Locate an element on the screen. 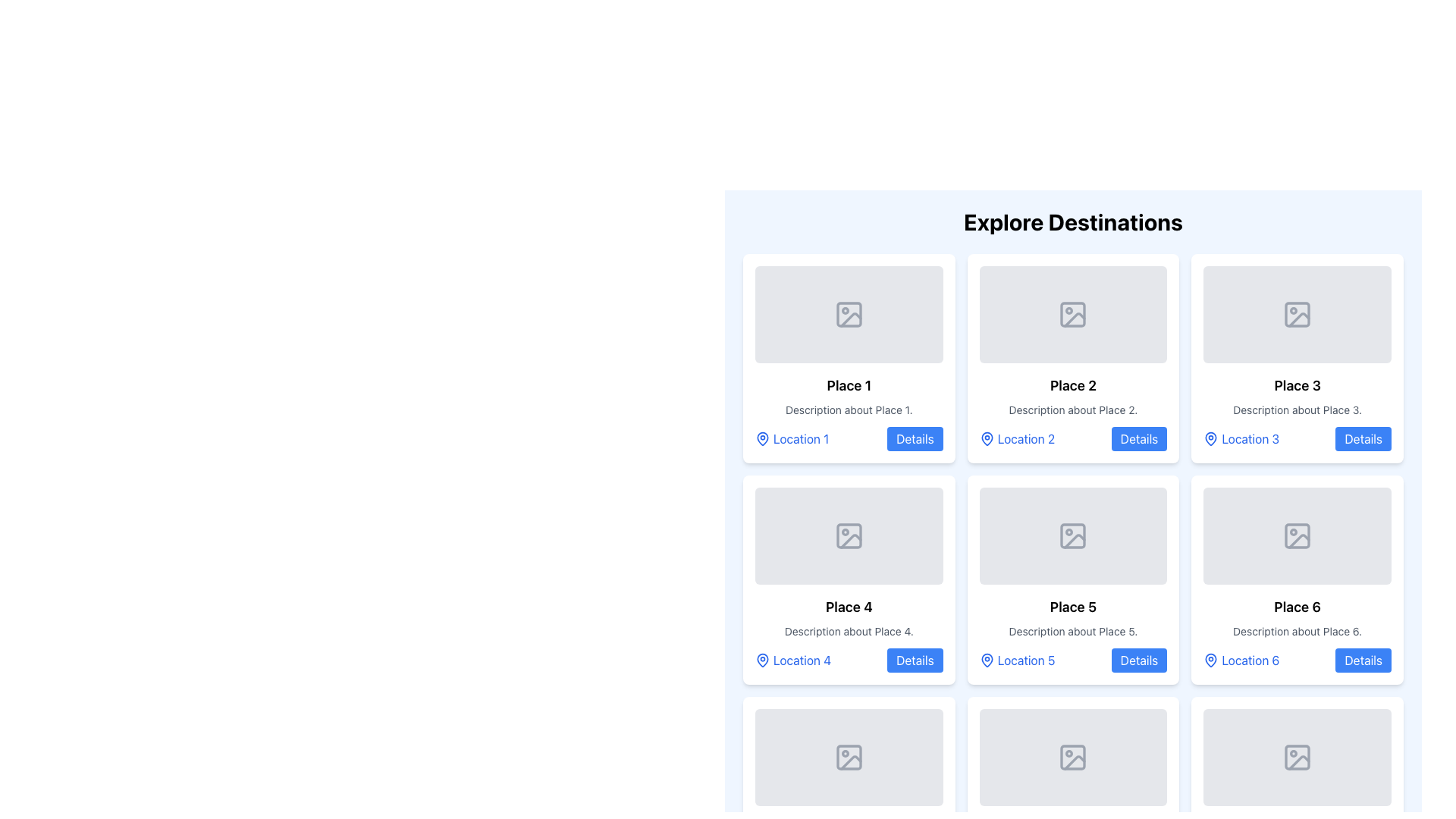 This screenshot has width=1456, height=819. the blue outlined map pin icon located to the left of the text 'Location 3' in the card for 'Place 3' in the grid layout is located at coordinates (1210, 438).